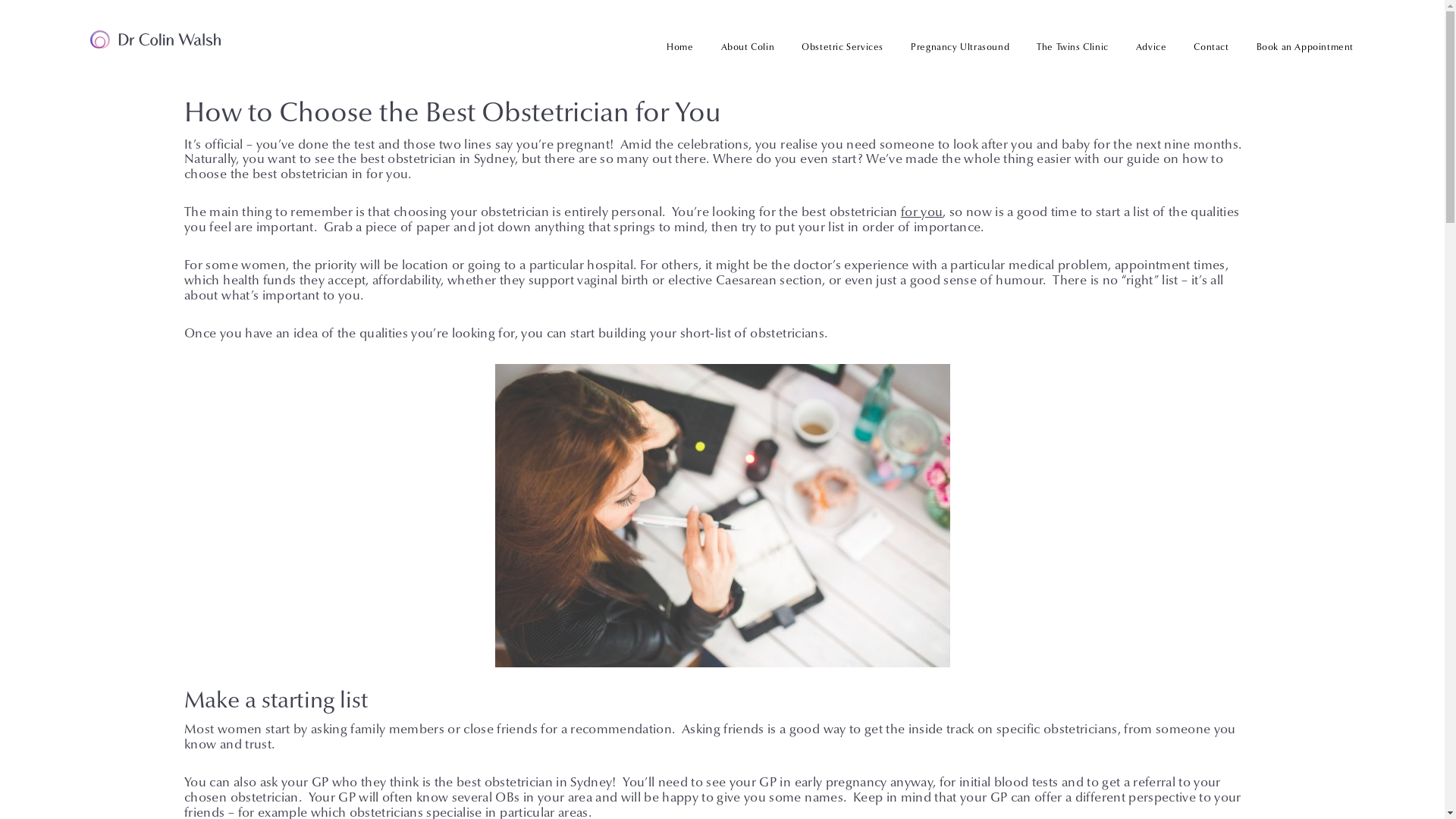  I want to click on 'Advice', so click(1151, 46).